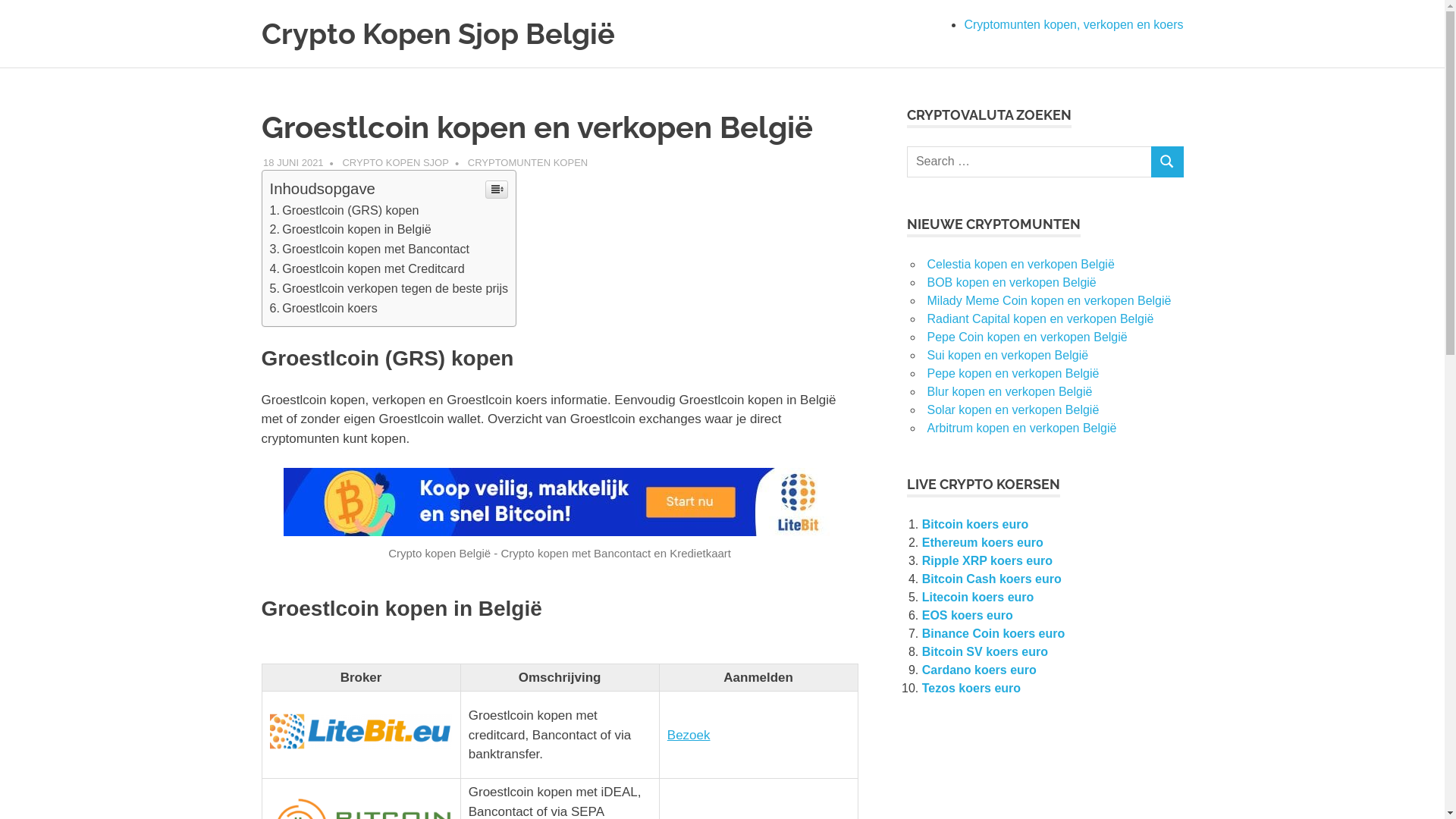 This screenshot has width=1456, height=819. What do you see at coordinates (985, 651) in the screenshot?
I see `'Bitcoin SV koers euro'` at bounding box center [985, 651].